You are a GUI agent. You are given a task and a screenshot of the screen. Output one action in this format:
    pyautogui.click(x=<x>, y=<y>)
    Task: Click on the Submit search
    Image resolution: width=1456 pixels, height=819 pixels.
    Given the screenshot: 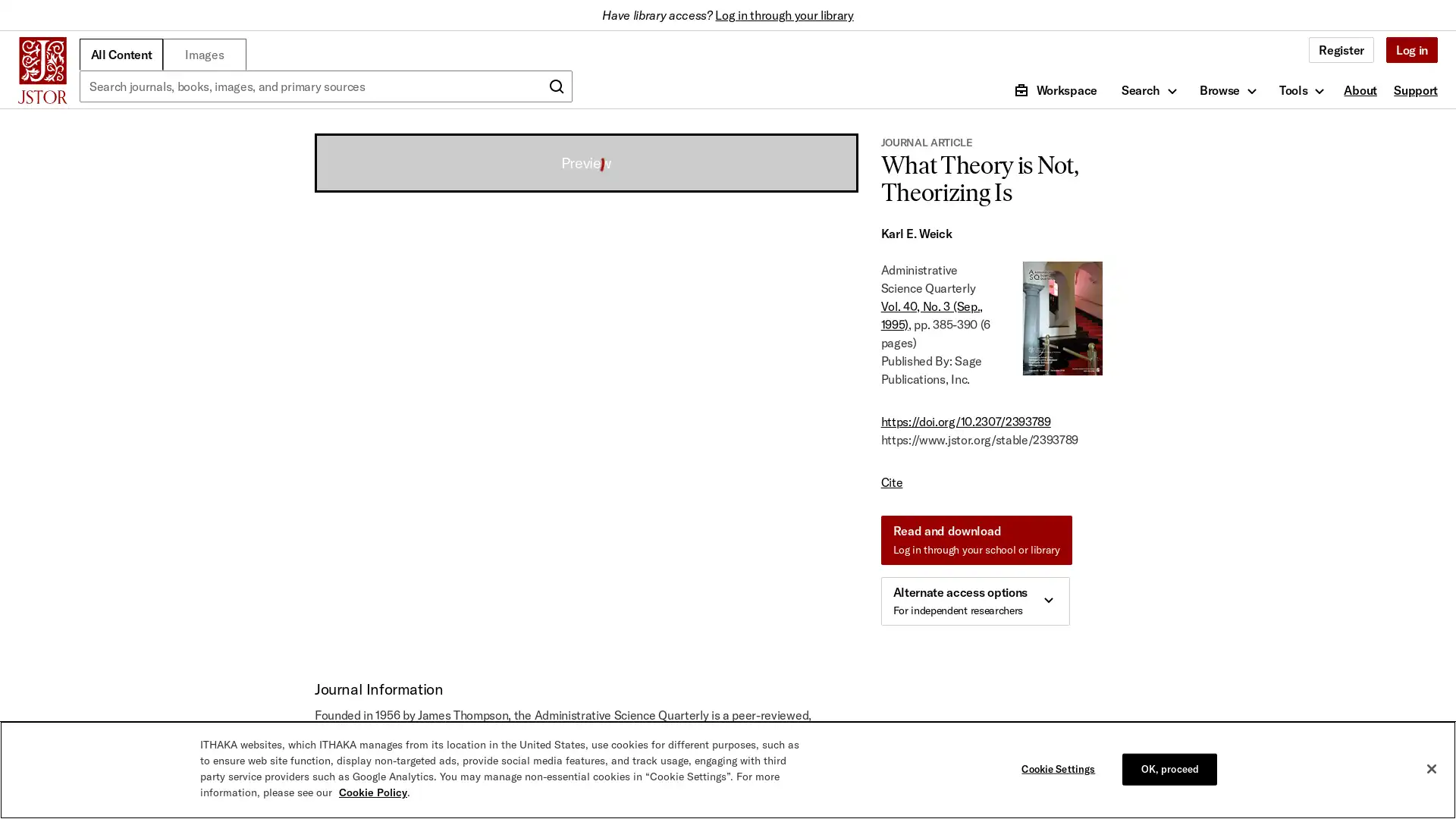 What is the action you would take?
    pyautogui.click(x=556, y=86)
    